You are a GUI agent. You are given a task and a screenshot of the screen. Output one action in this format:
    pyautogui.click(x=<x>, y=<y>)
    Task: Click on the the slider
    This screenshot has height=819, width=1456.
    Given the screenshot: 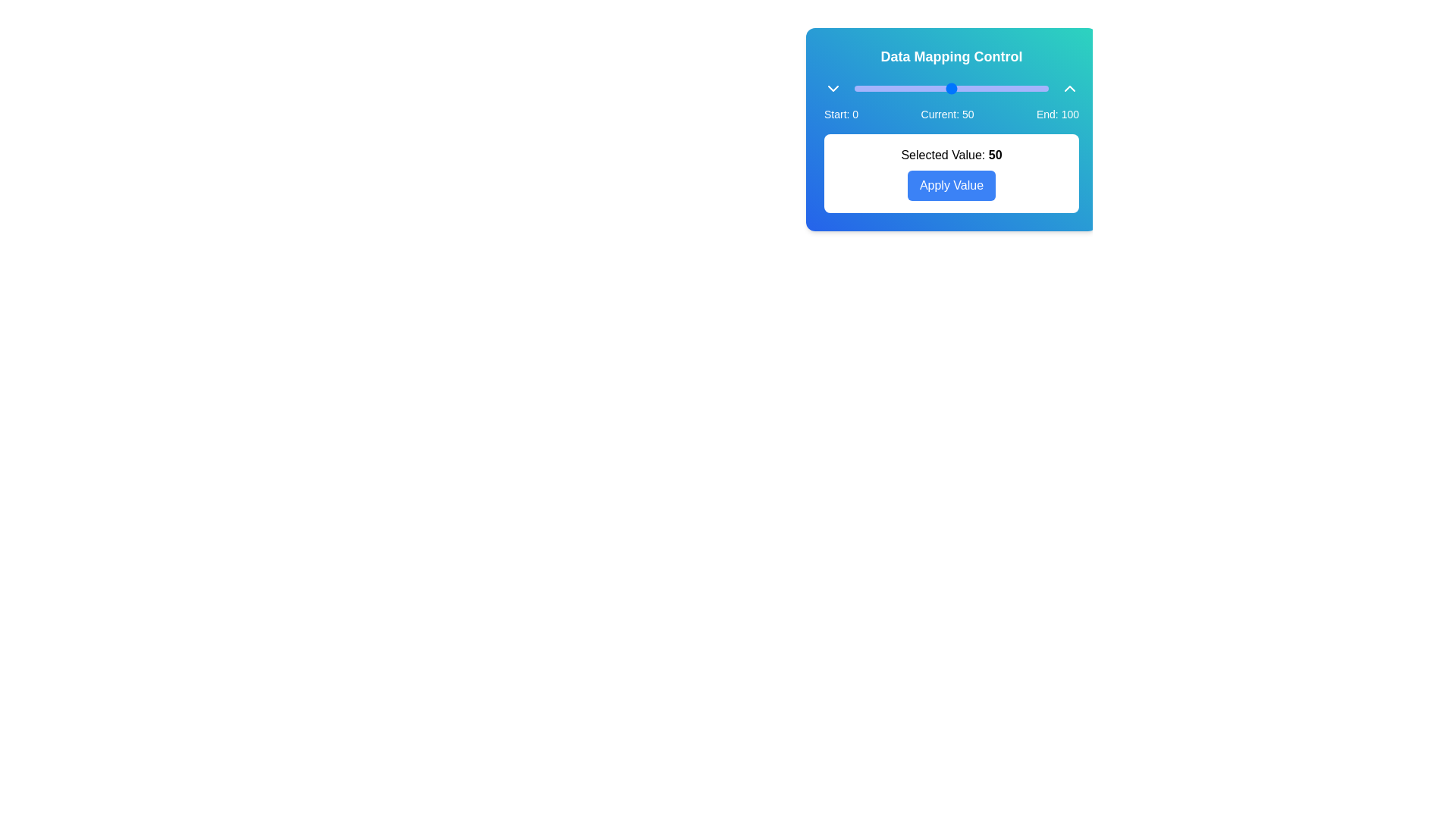 What is the action you would take?
    pyautogui.click(x=992, y=88)
    